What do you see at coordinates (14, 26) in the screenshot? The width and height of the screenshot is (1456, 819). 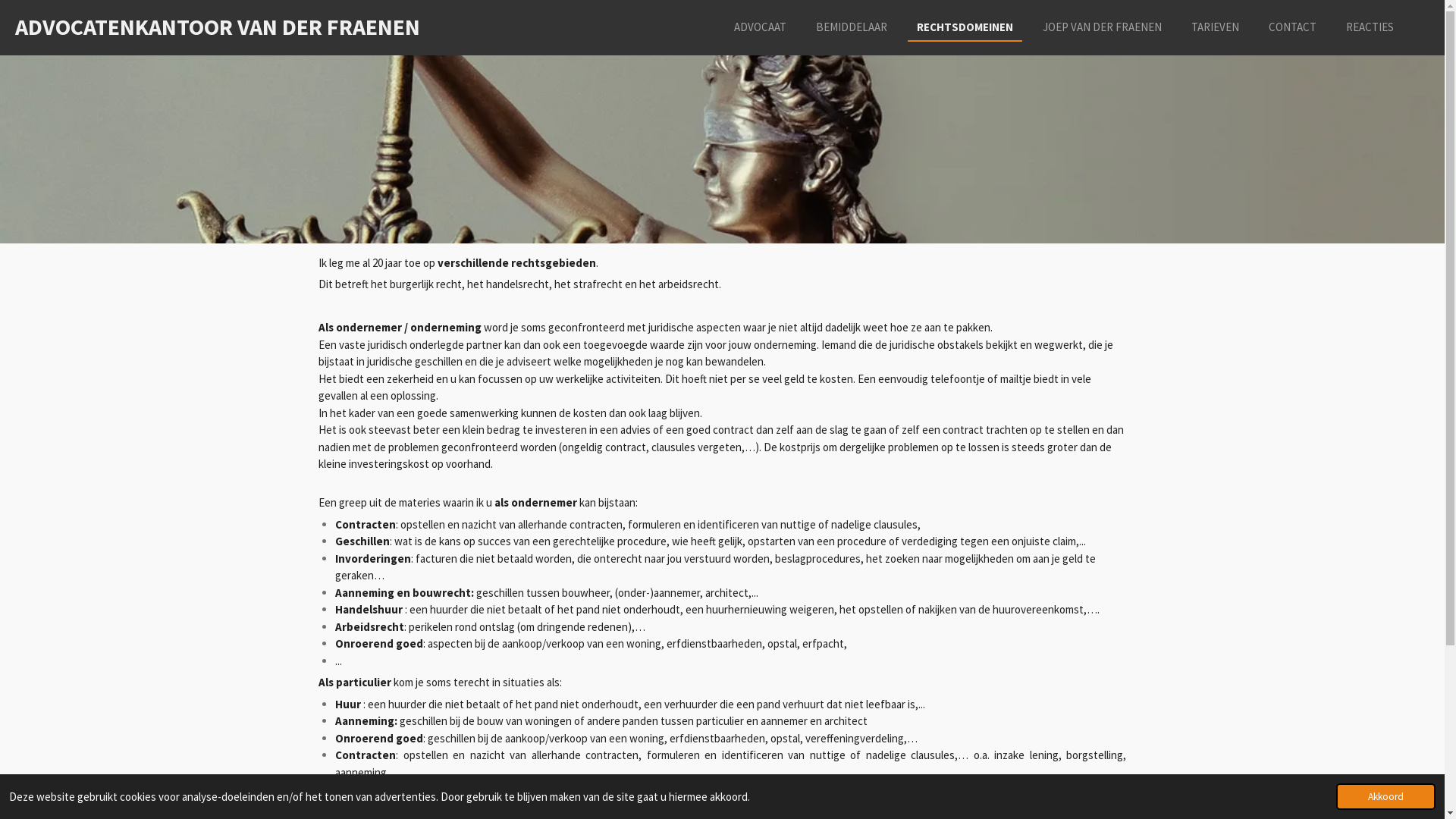 I see `'ADVOCATENKANTOOR VAN DER FRAENEN'` at bounding box center [14, 26].